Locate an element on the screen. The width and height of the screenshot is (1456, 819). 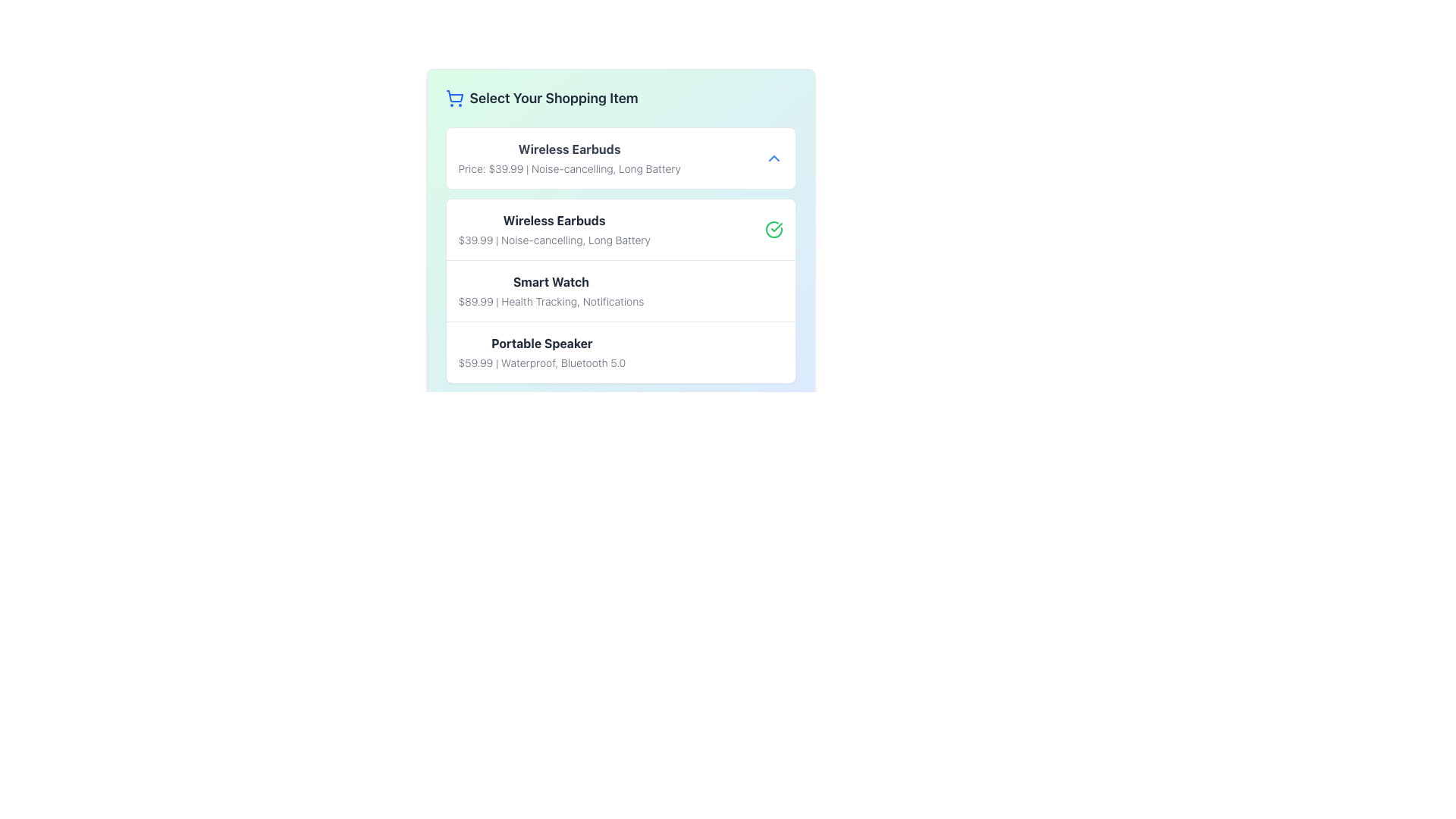
the 'Wireless Earbuds' text block element is located at coordinates (554, 230).